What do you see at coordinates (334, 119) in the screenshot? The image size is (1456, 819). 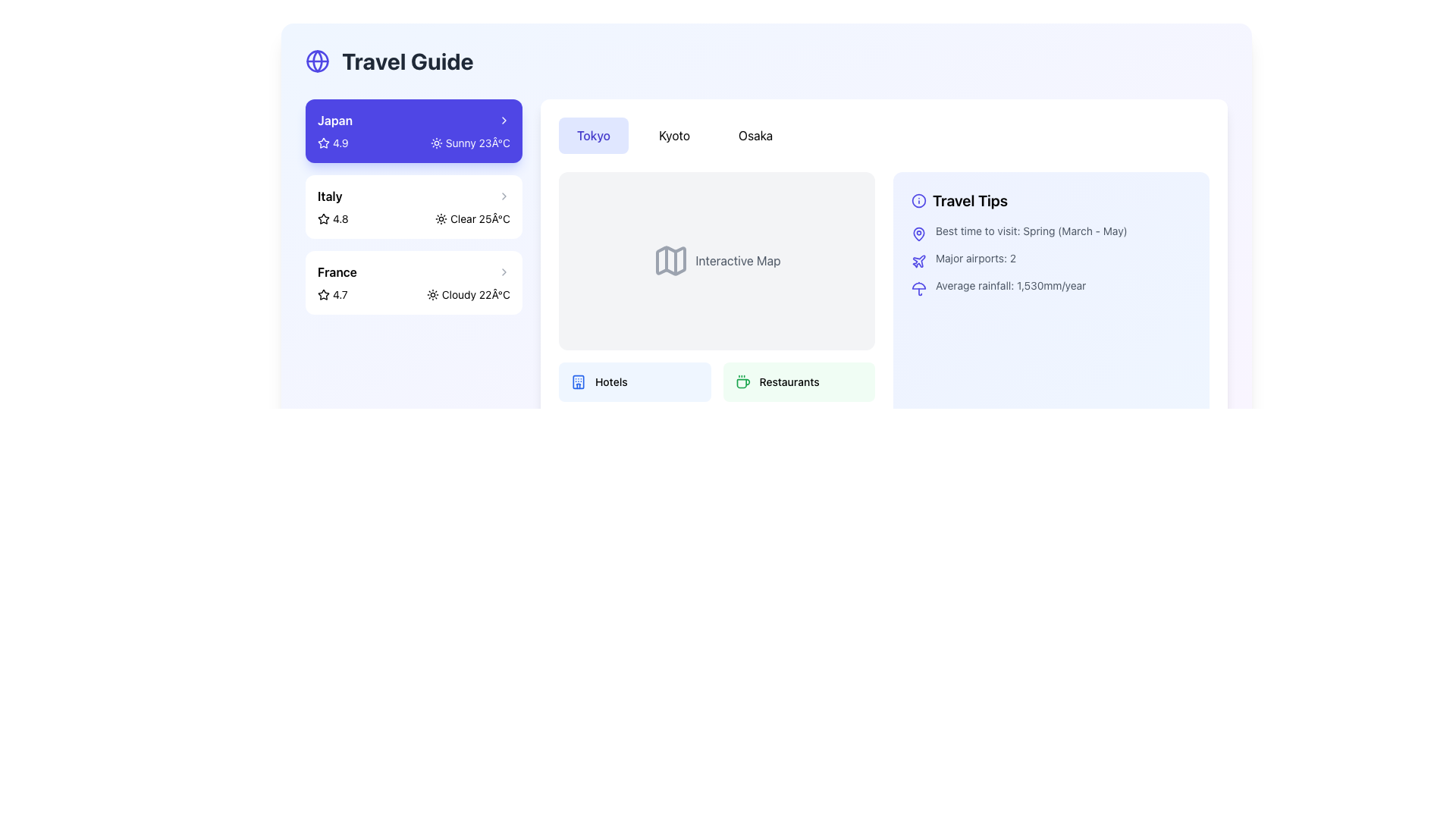 I see `text label identifying the country 'Japan' located at the top of the country panels on the left side of the interface` at bounding box center [334, 119].